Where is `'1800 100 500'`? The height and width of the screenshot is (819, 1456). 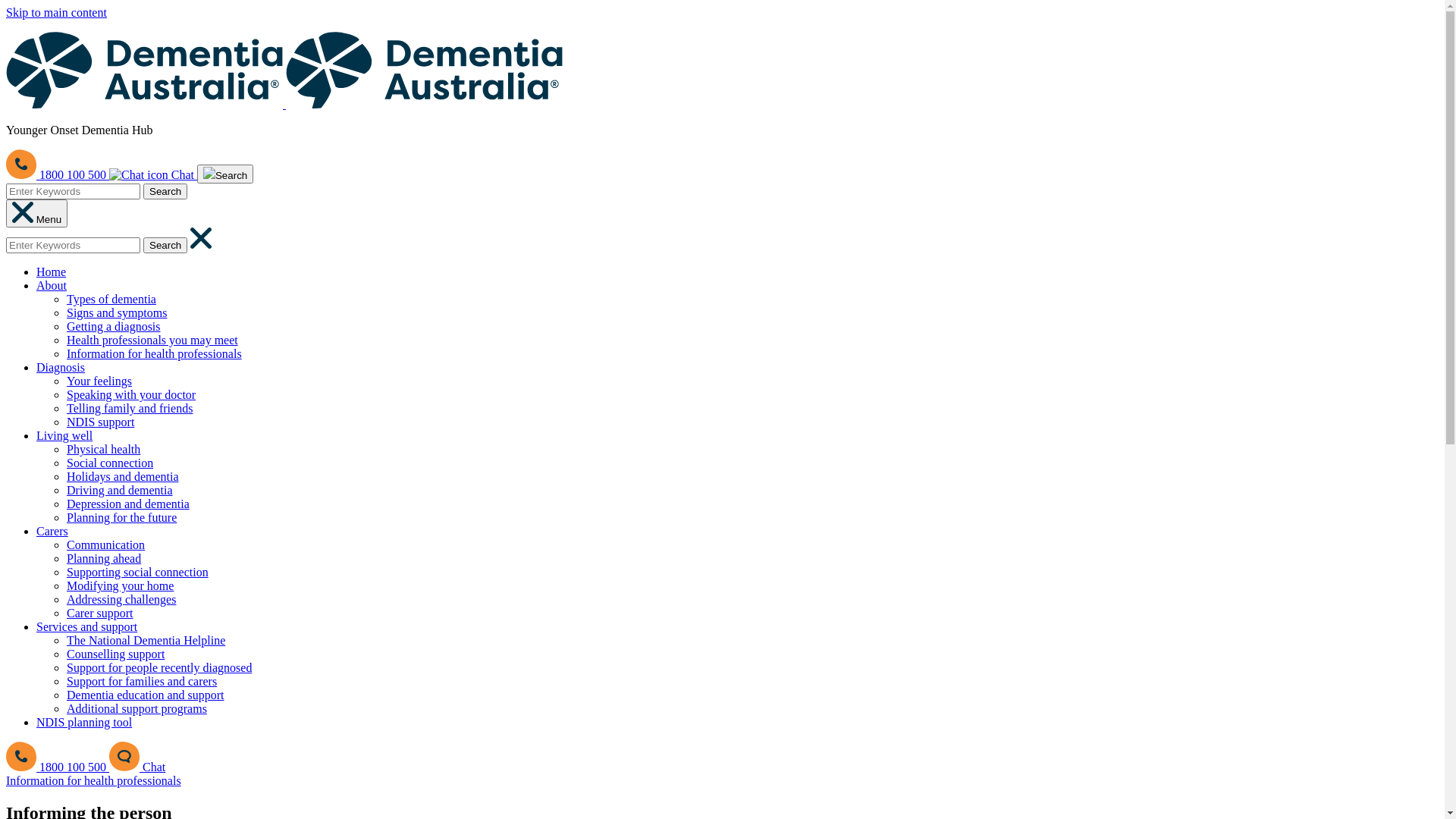
'1800 100 500' is located at coordinates (58, 174).